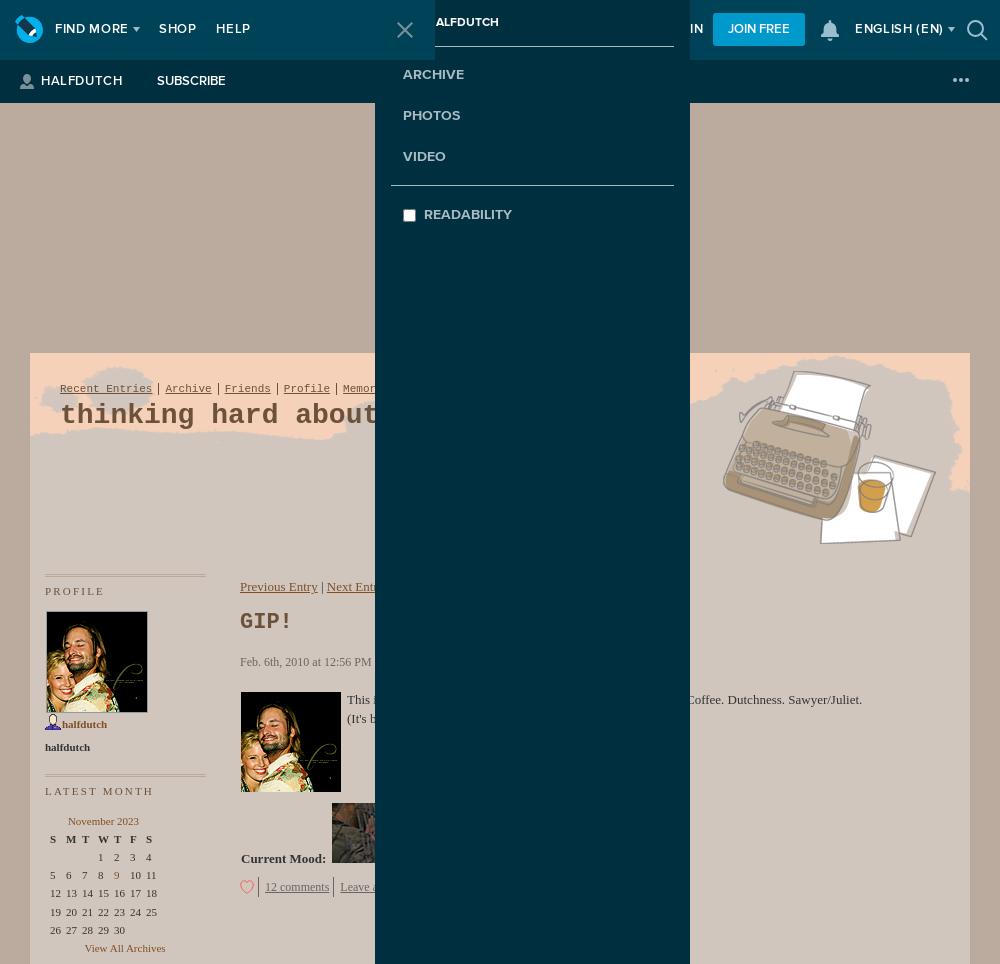 The height and width of the screenshot is (964, 1000). Describe the element at coordinates (50, 875) in the screenshot. I see `'5'` at that location.